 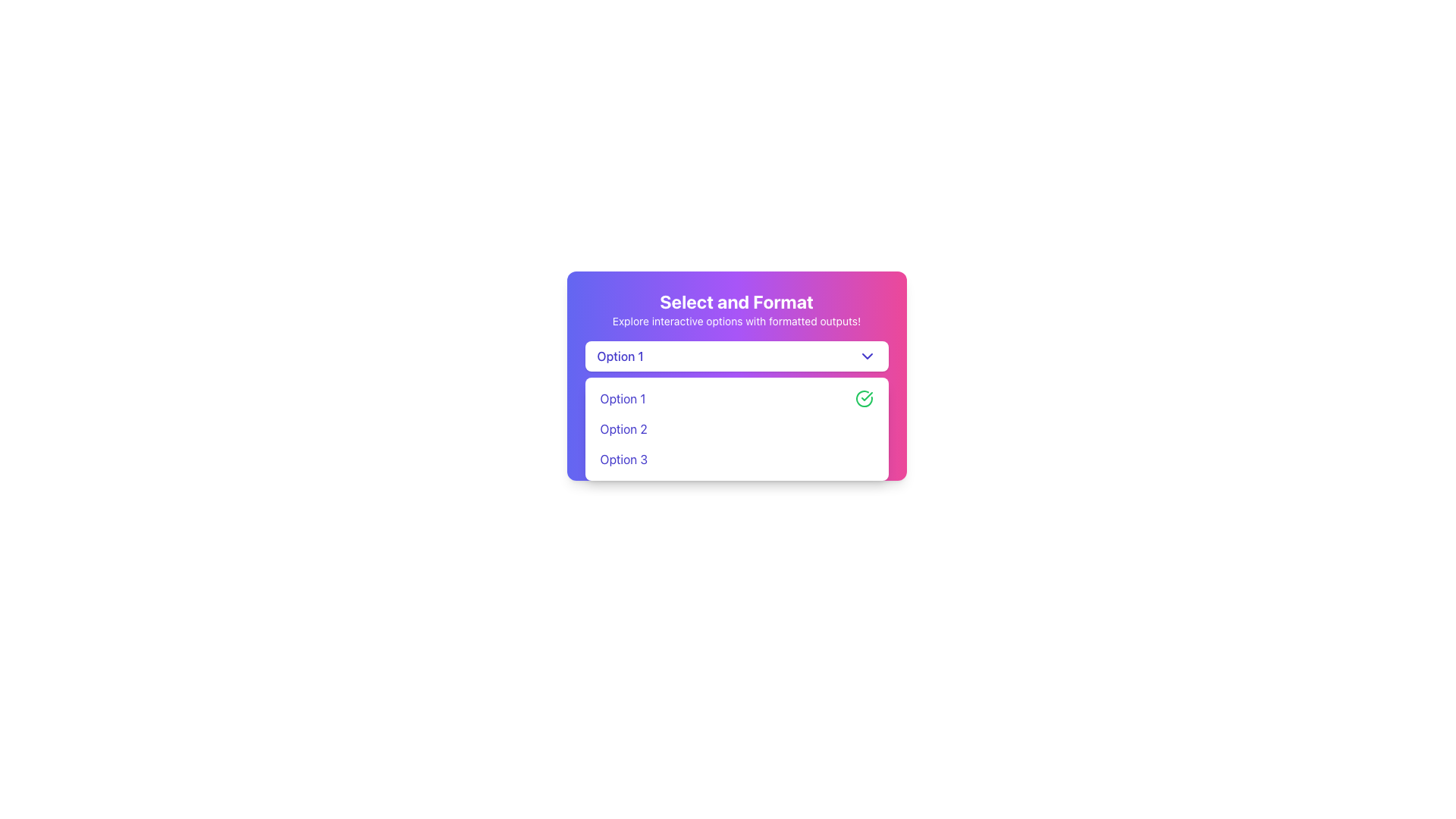 I want to click on the Static Text Label displaying the message 'Explore interactive options with formatted outputs!' which is positioned below the header 'Select and Format', so click(x=736, y=321).